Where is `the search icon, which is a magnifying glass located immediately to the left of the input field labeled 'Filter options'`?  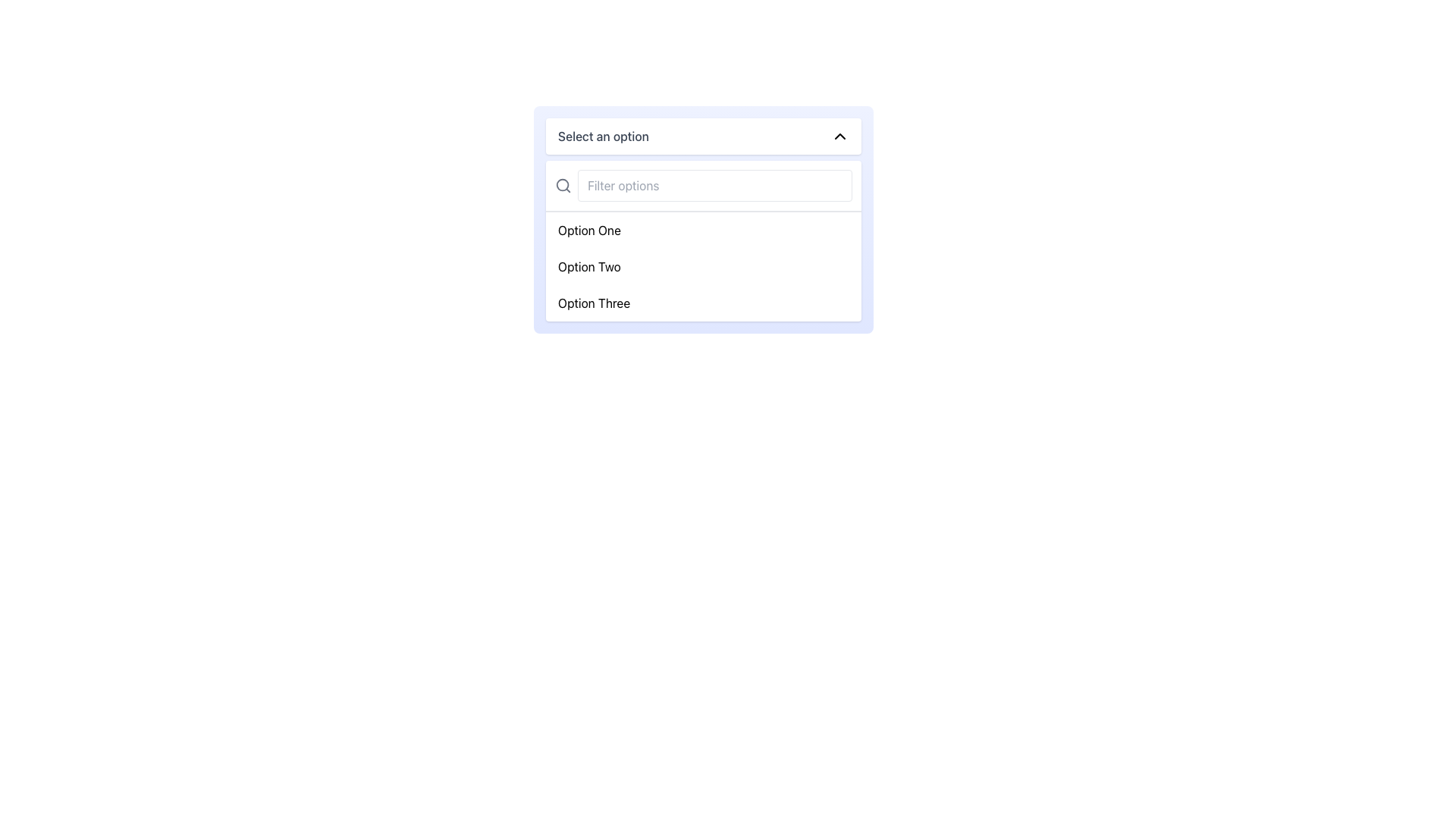 the search icon, which is a magnifying glass located immediately to the left of the input field labeled 'Filter options' is located at coordinates (563, 185).